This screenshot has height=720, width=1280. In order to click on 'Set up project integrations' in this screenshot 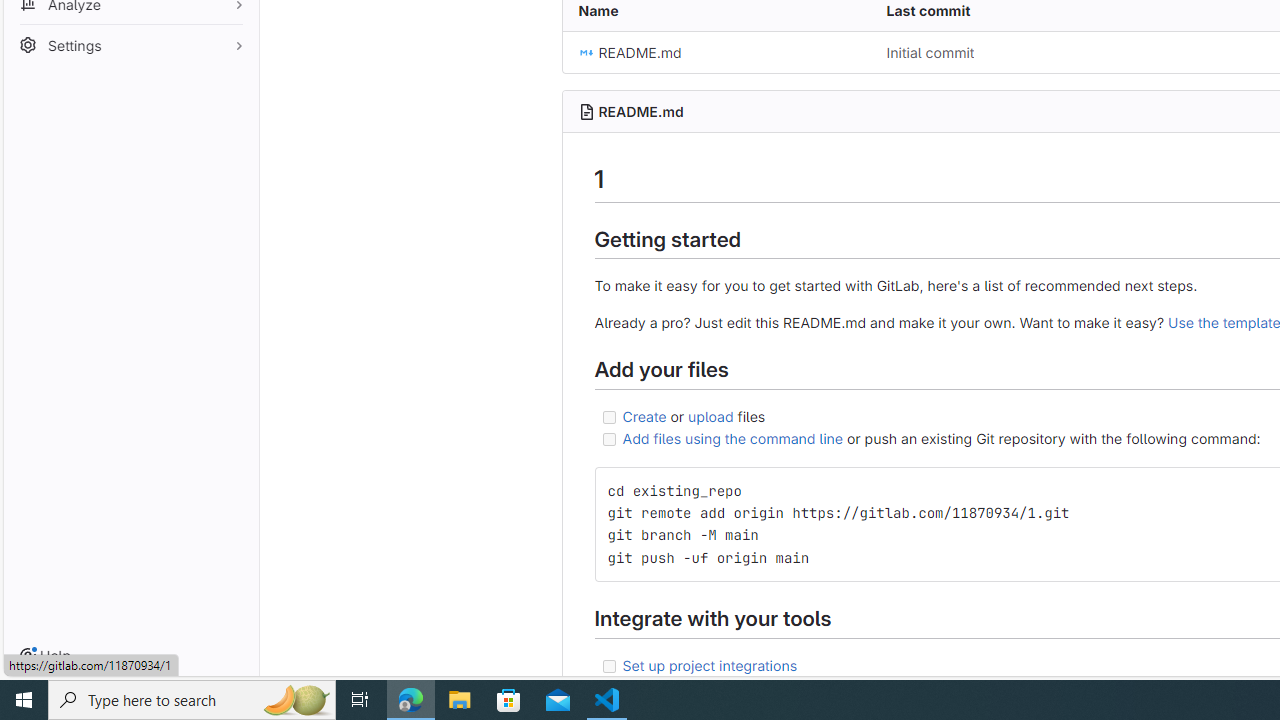, I will do `click(709, 664)`.